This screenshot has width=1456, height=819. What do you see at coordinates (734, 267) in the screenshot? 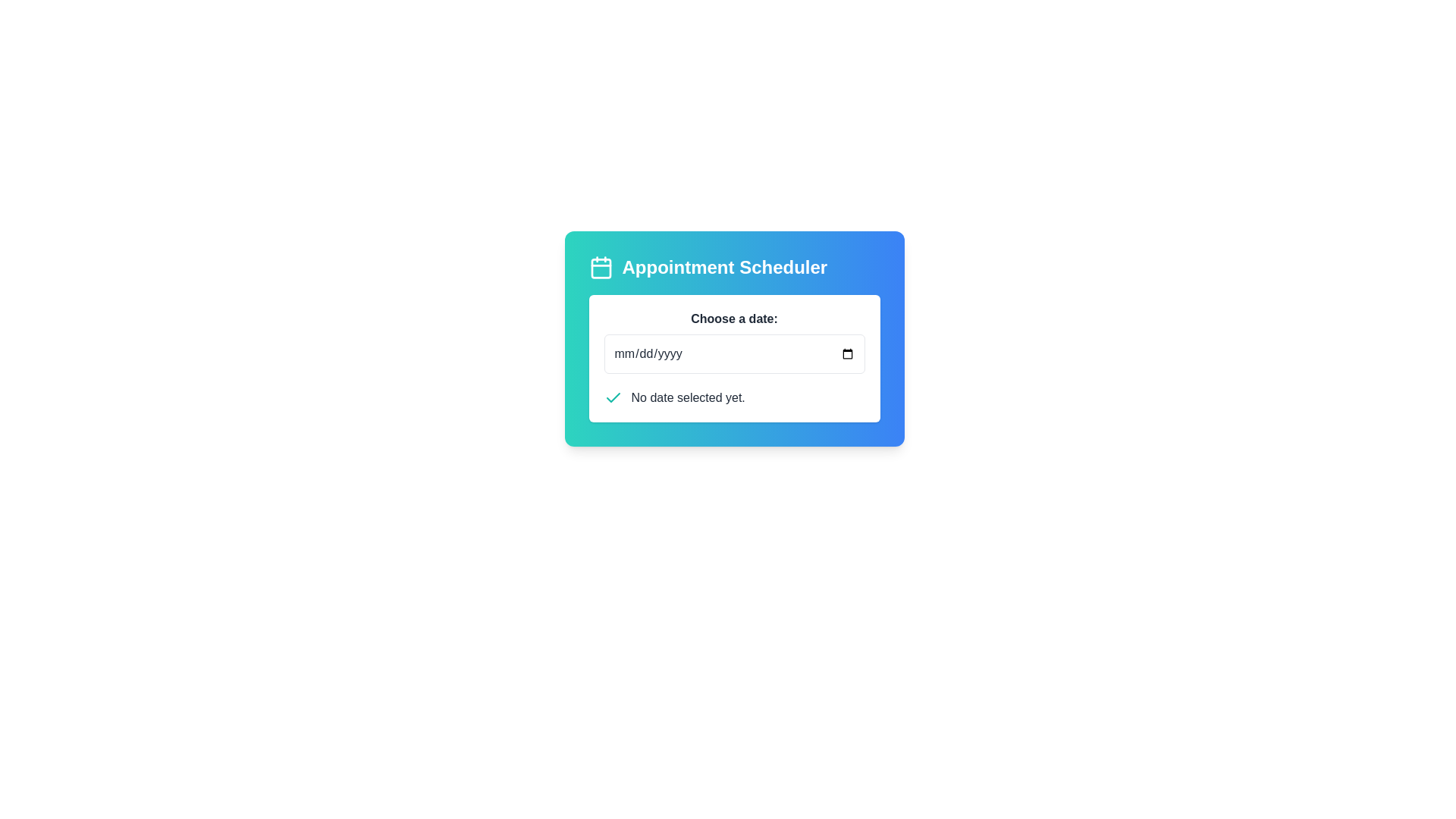
I see `the 'Appointment Scheduler' heading with an icon, which features a bold, large white text on a gradient teal to blue background, located at the top of the content block` at bounding box center [734, 267].